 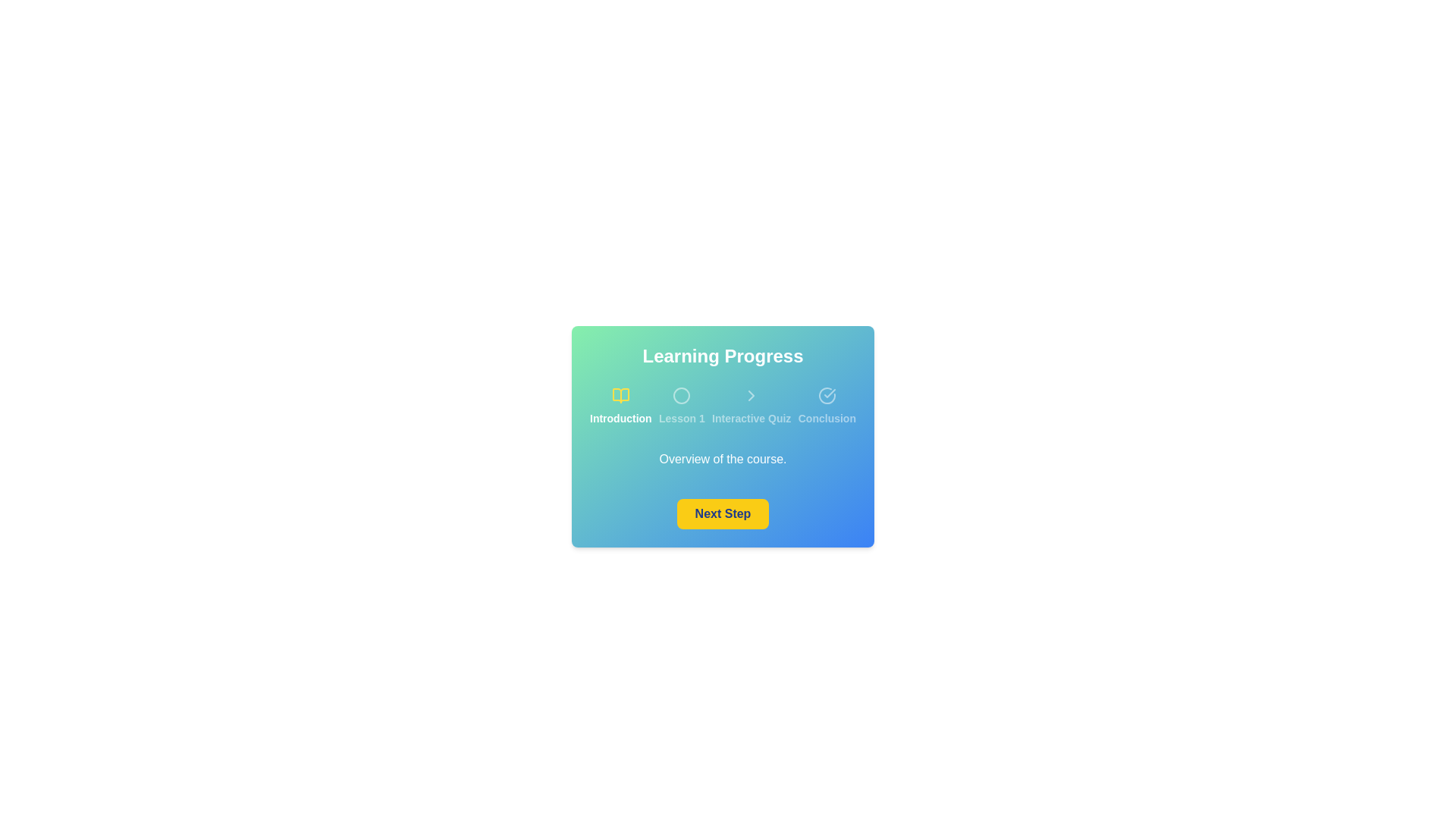 I want to click on the yellow book icon associated with the 'Introduction' section, which is the first icon in a horizontal sequence, so click(x=620, y=394).